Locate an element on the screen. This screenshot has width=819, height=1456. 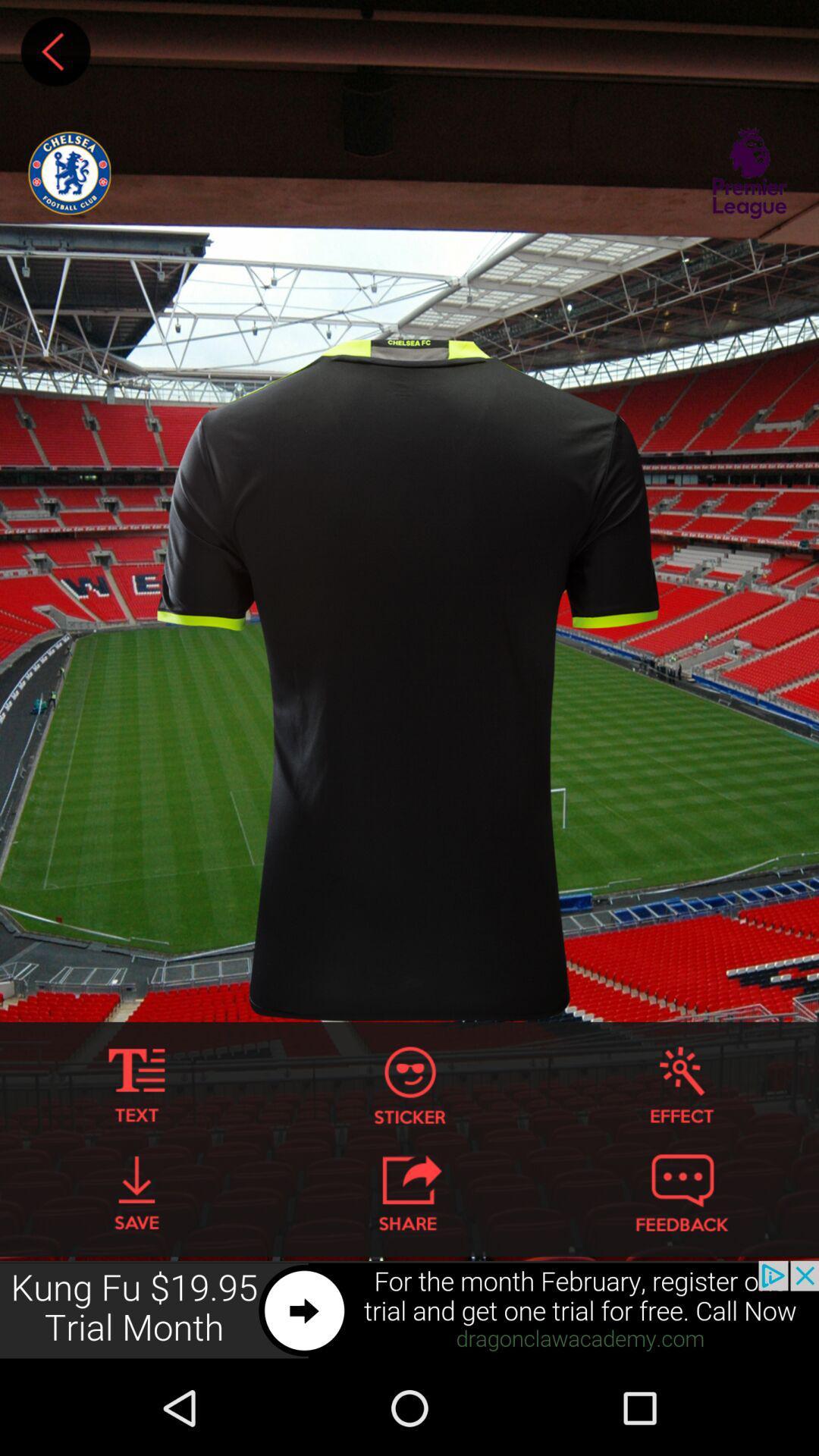
effect is located at coordinates (681, 1084).